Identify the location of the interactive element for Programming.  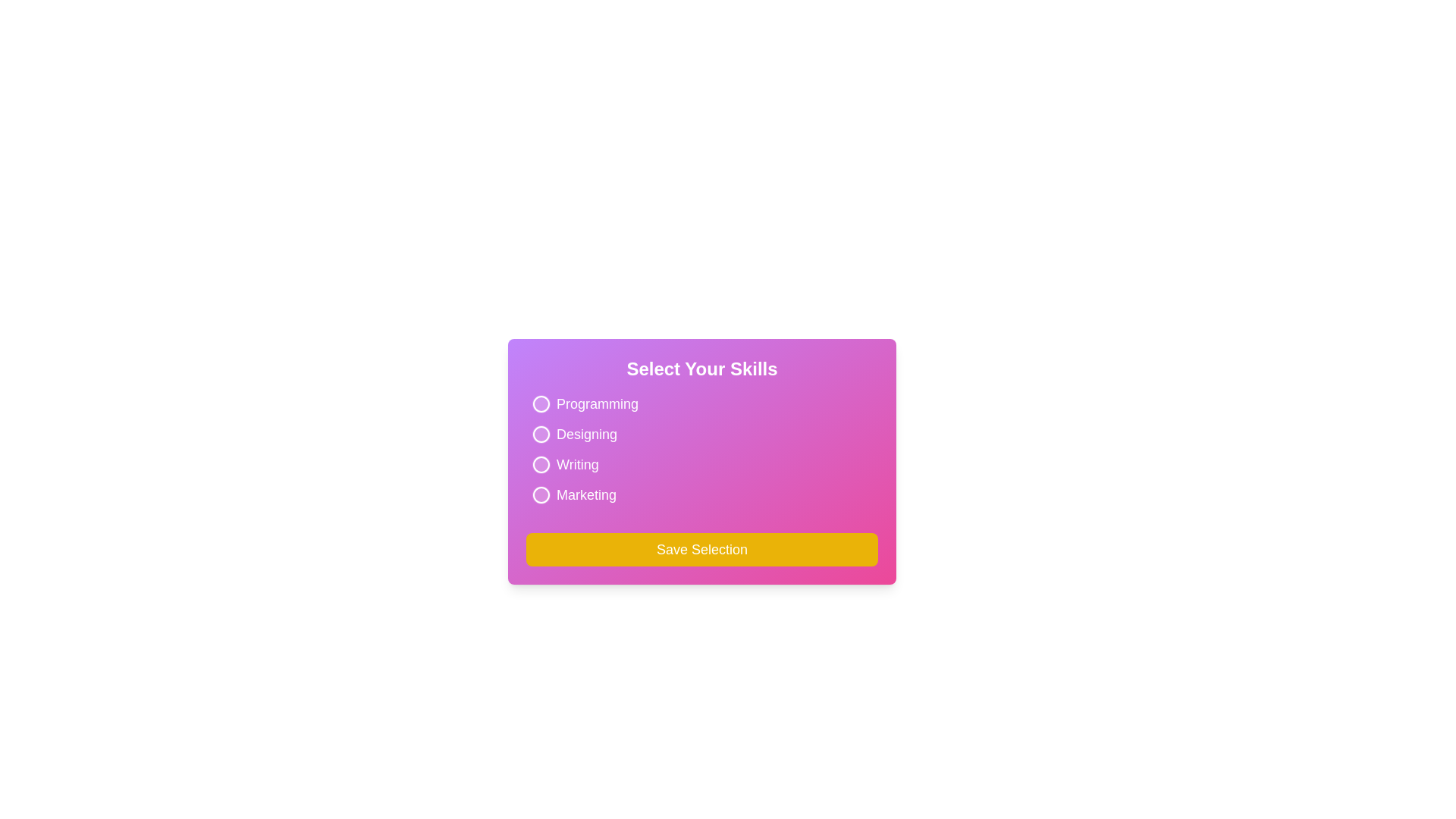
(582, 403).